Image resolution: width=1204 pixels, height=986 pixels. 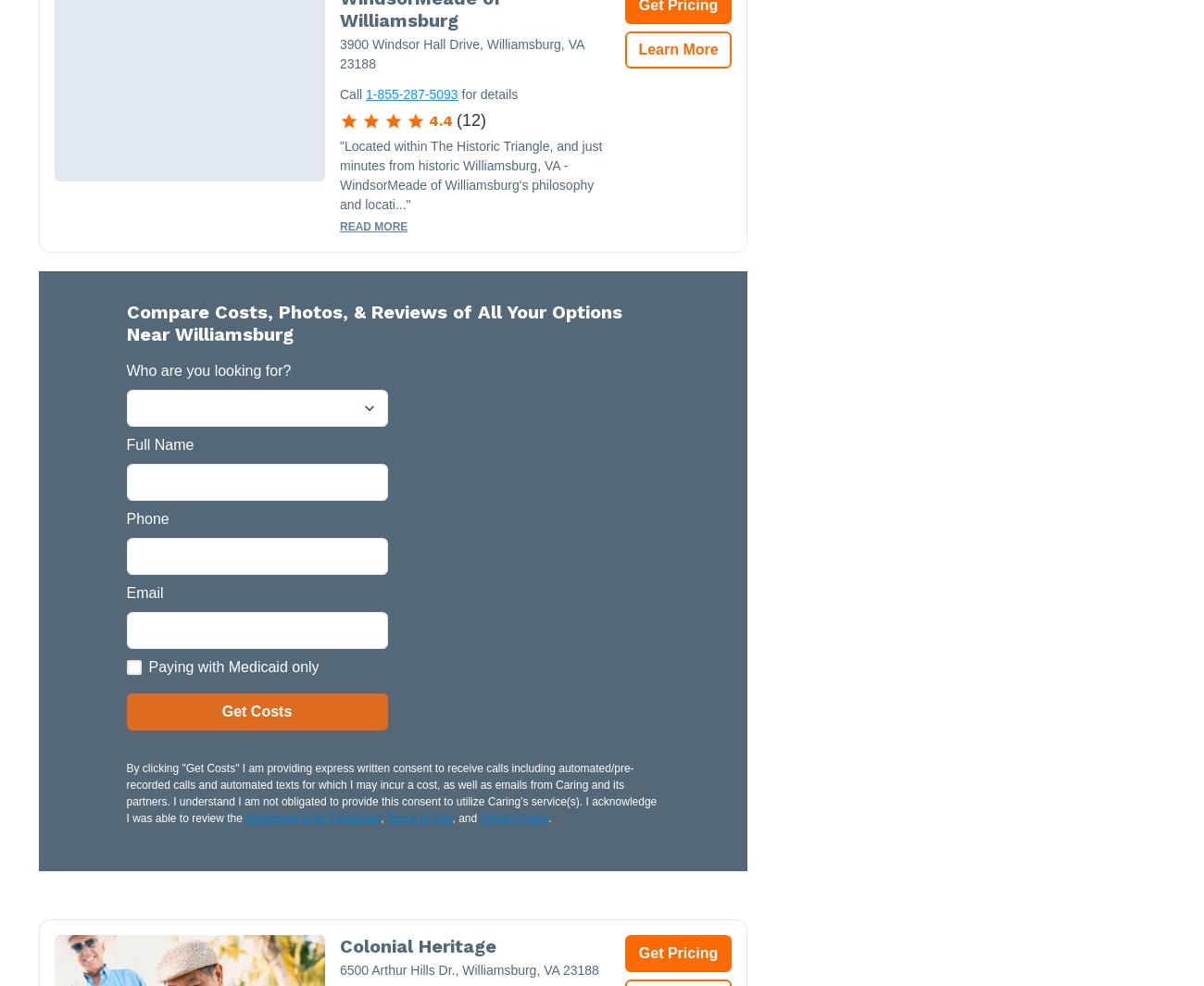 What do you see at coordinates (678, 48) in the screenshot?
I see `'Learn More'` at bounding box center [678, 48].